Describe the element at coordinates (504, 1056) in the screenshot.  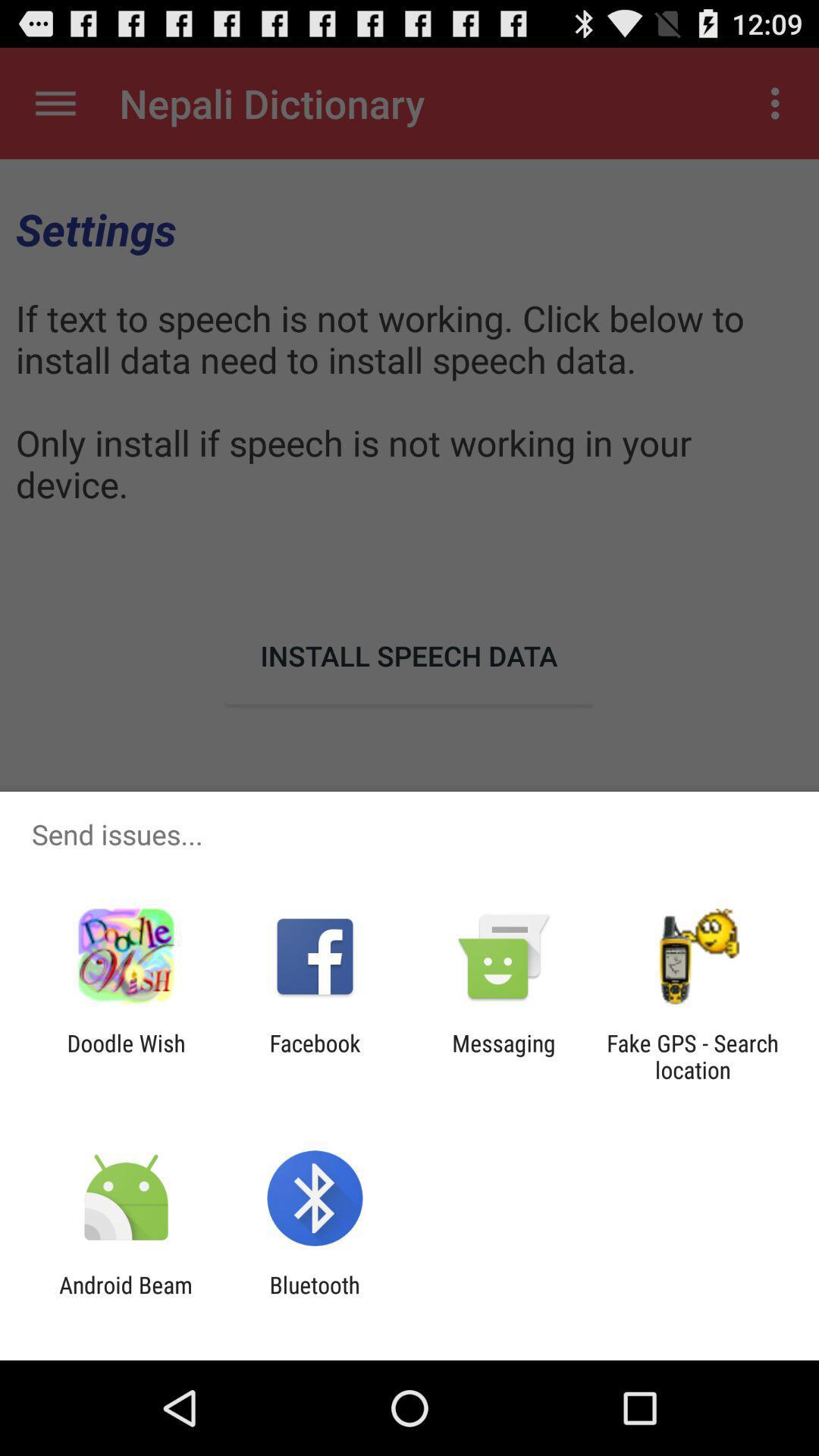
I see `the app to the right of the facebook item` at that location.